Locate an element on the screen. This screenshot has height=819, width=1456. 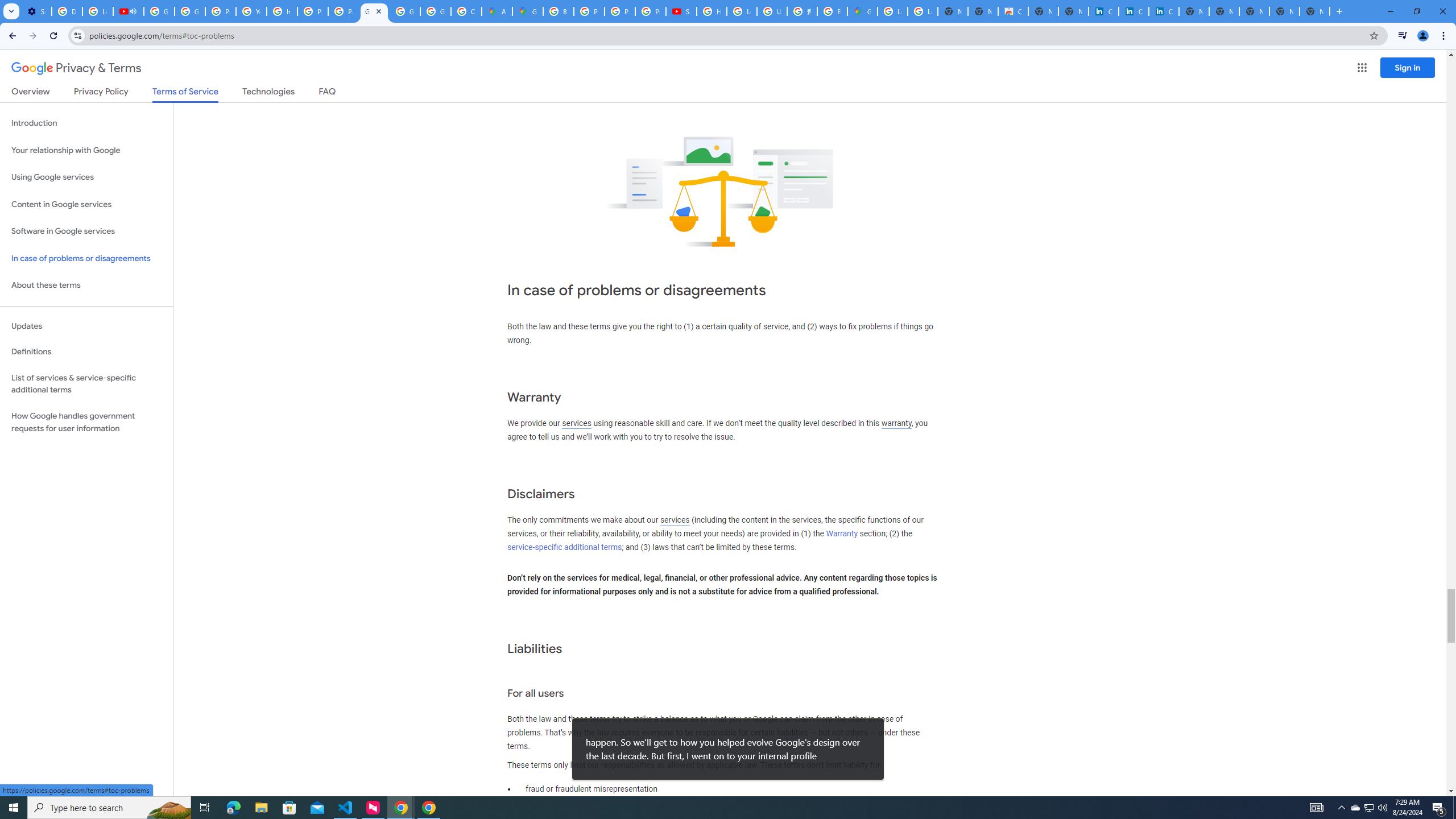
'List of services & service-specific additional terms' is located at coordinates (86, 383).